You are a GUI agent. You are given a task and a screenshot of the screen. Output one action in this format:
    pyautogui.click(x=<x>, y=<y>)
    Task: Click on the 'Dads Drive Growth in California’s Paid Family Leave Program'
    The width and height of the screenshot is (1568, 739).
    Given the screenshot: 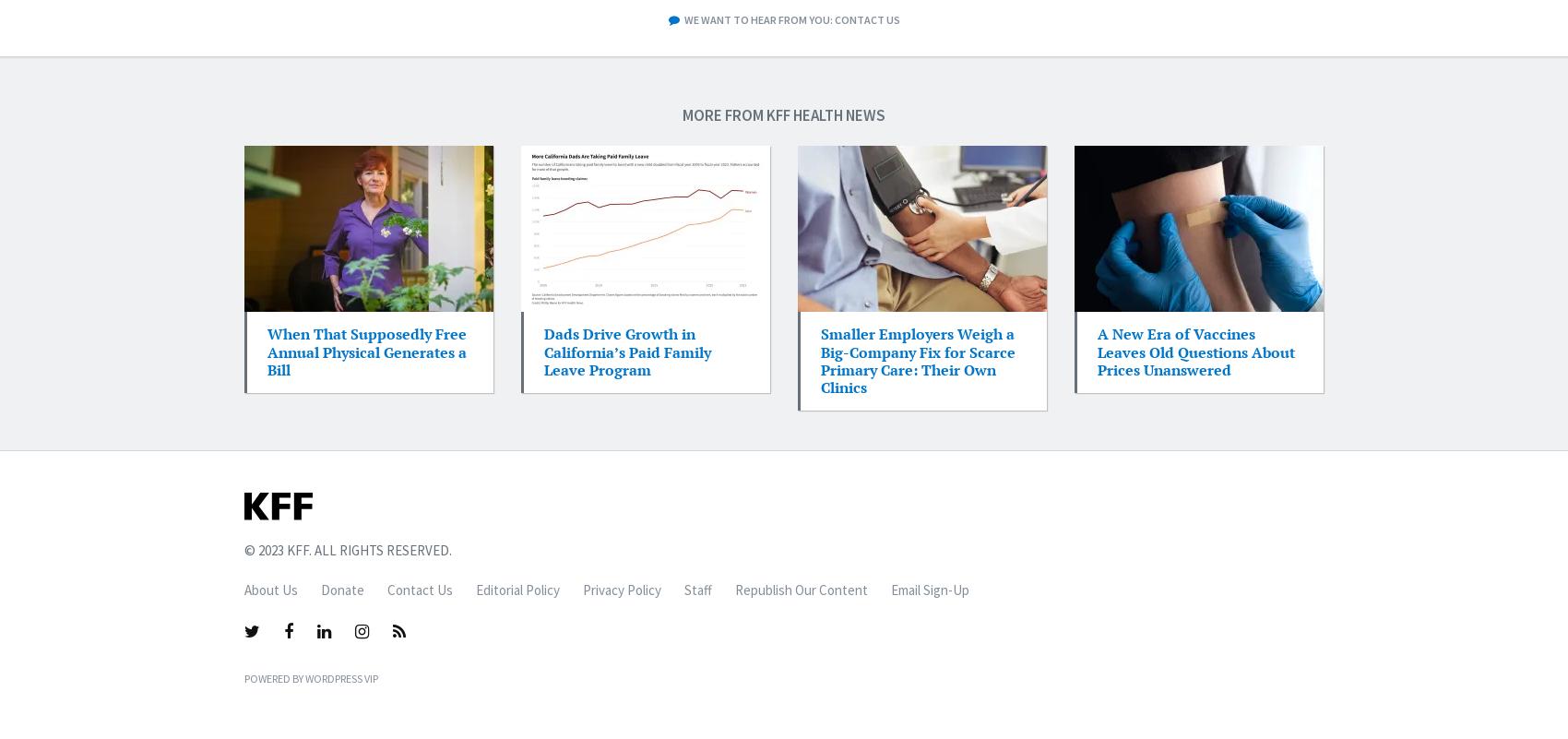 What is the action you would take?
    pyautogui.click(x=543, y=352)
    